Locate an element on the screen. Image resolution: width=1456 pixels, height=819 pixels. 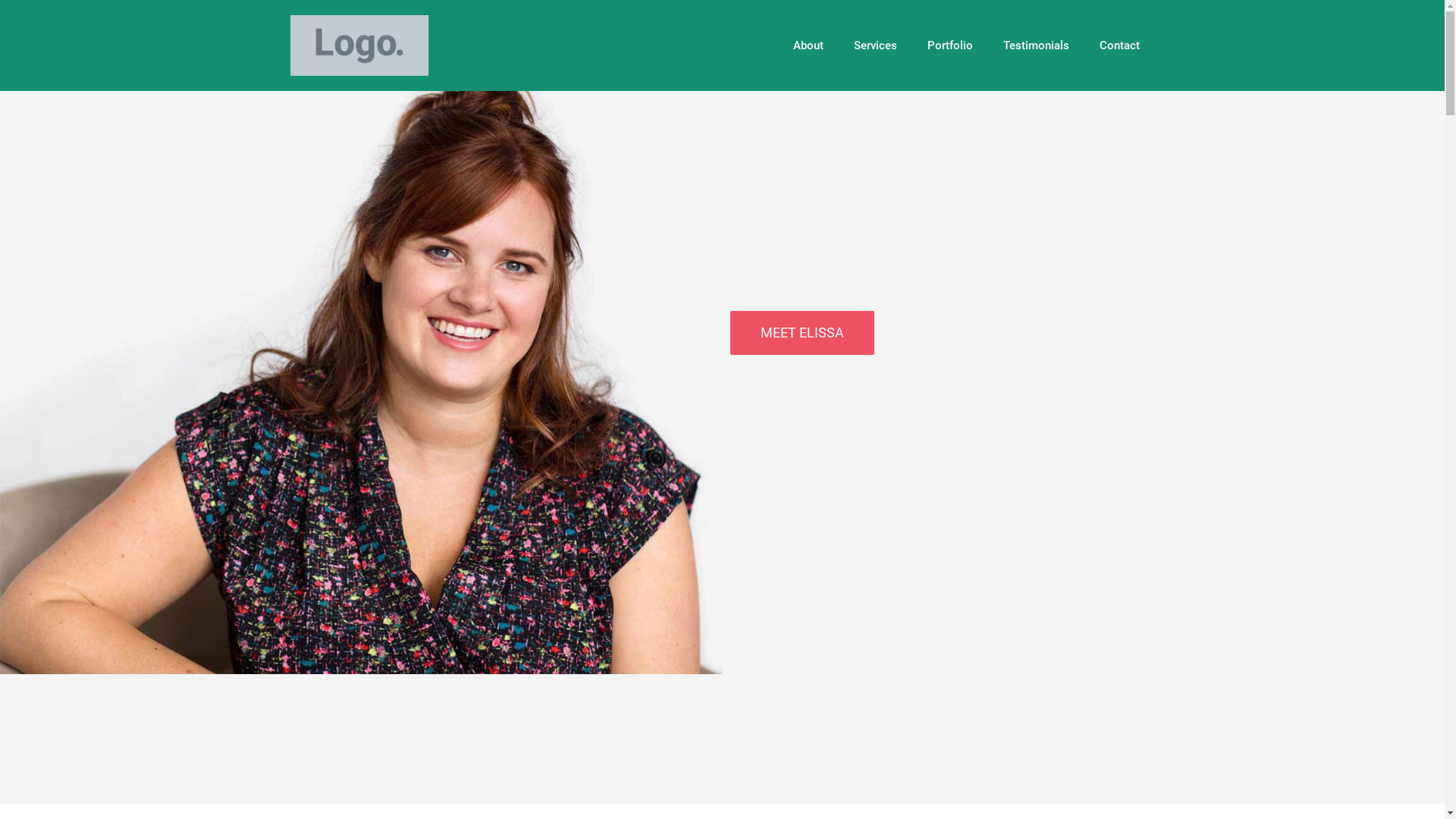
'MEET ELISSA' is located at coordinates (800, 332).